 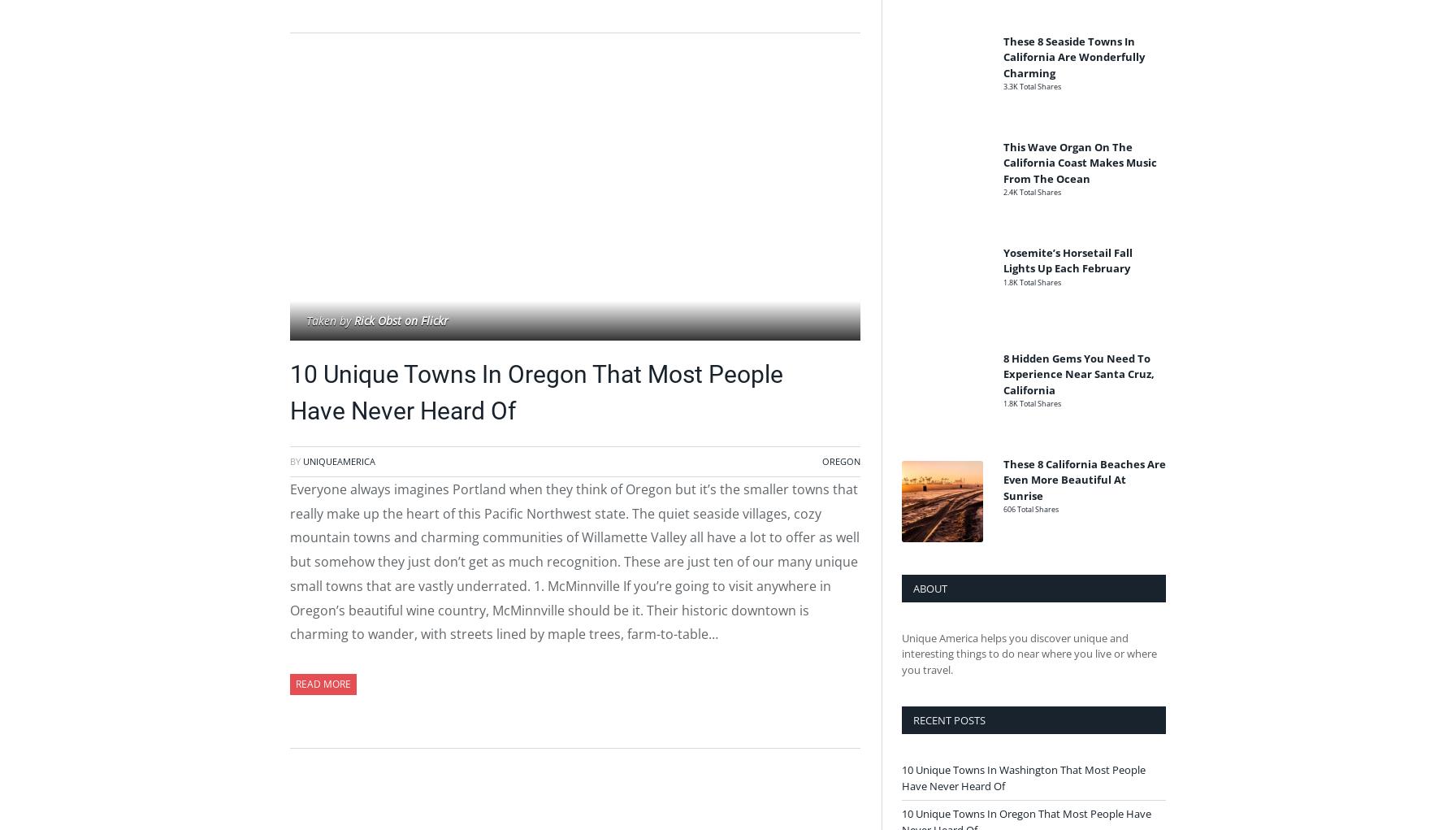 I want to click on 'Read More', so click(x=323, y=683).